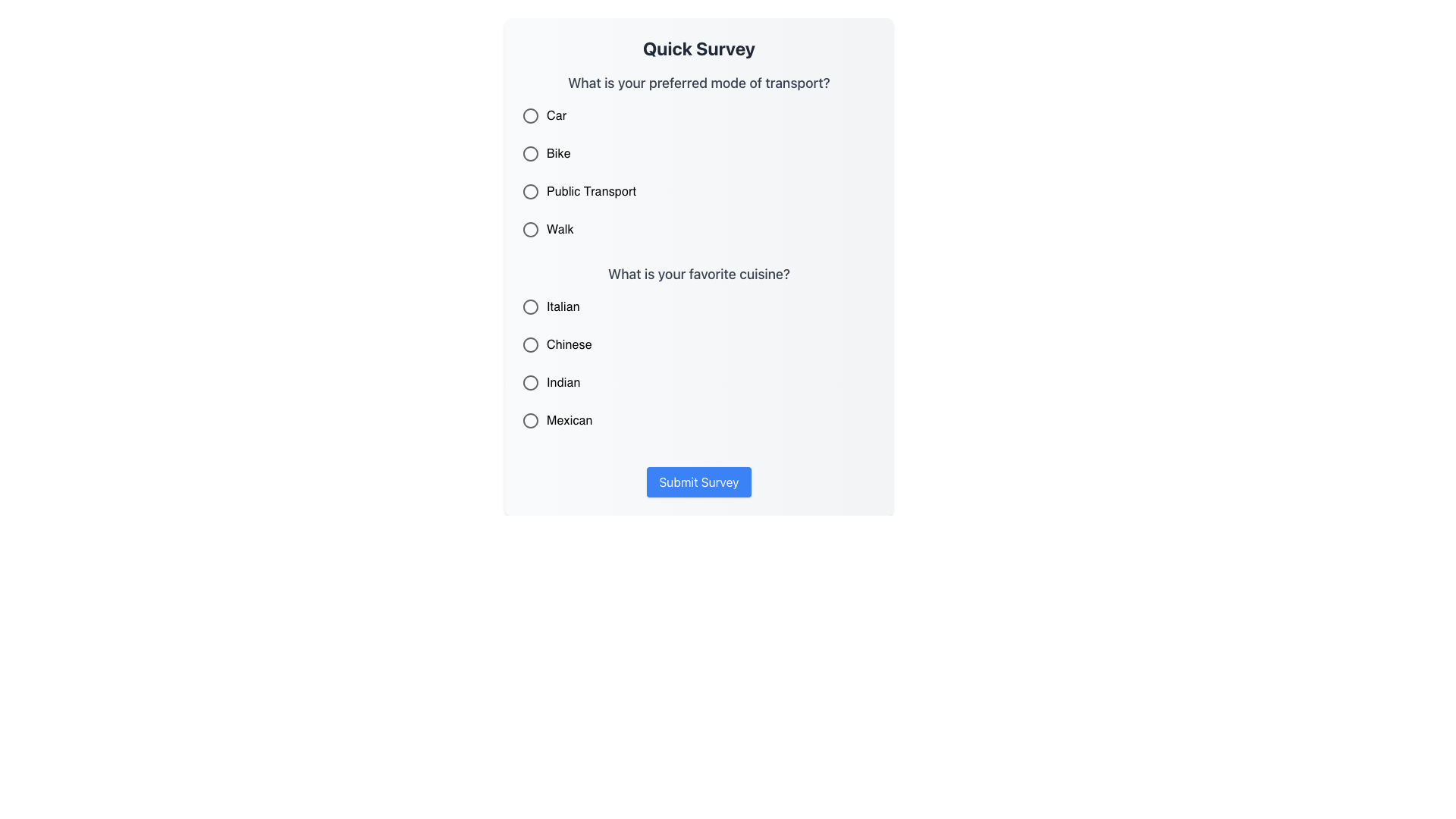 The width and height of the screenshot is (1456, 819). What do you see at coordinates (531, 421) in the screenshot?
I see `the 'Mexican' radio button in the survey form` at bounding box center [531, 421].